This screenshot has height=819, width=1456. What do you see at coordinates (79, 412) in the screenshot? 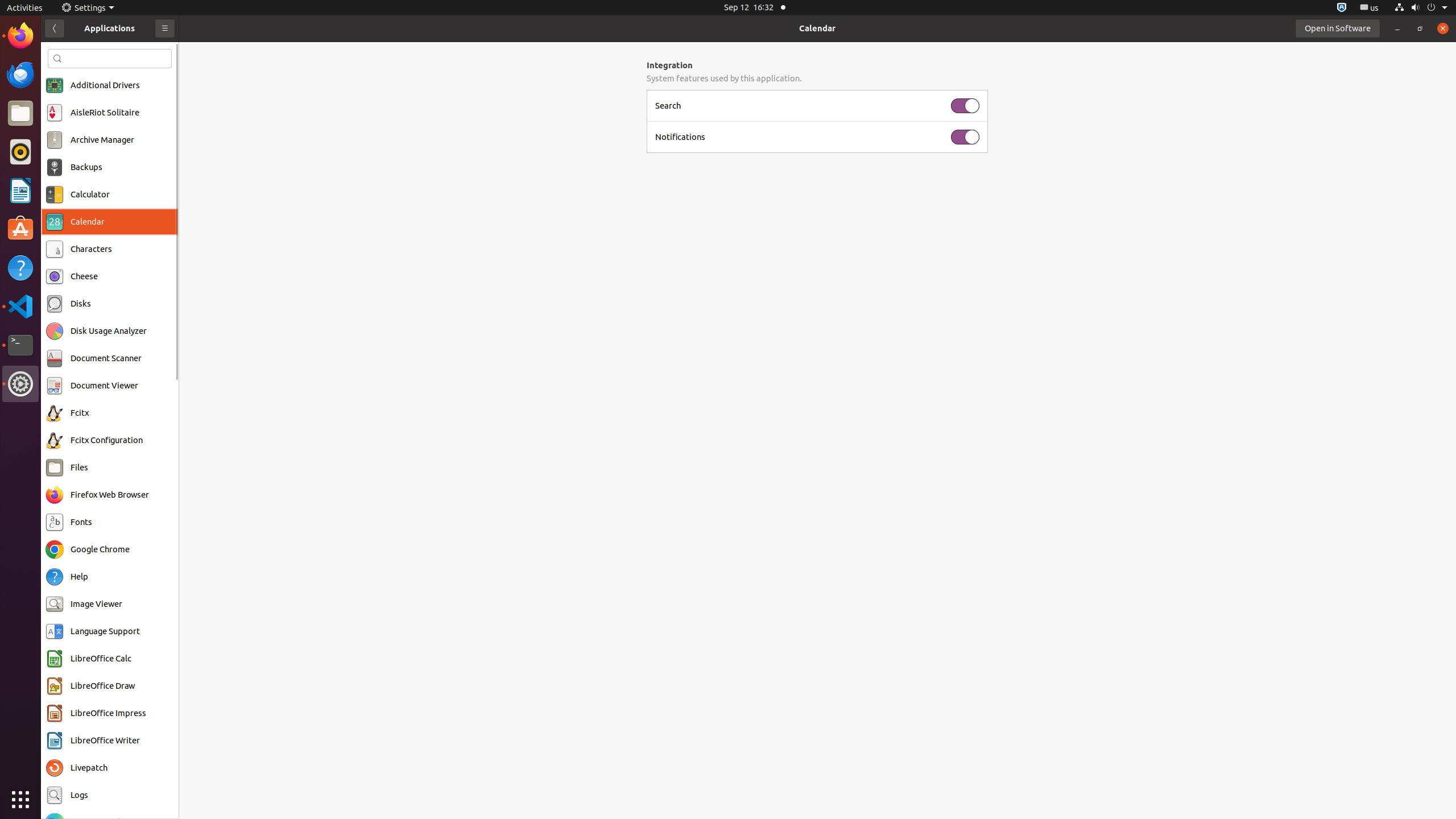
I see `'Fcitx'` at bounding box center [79, 412].